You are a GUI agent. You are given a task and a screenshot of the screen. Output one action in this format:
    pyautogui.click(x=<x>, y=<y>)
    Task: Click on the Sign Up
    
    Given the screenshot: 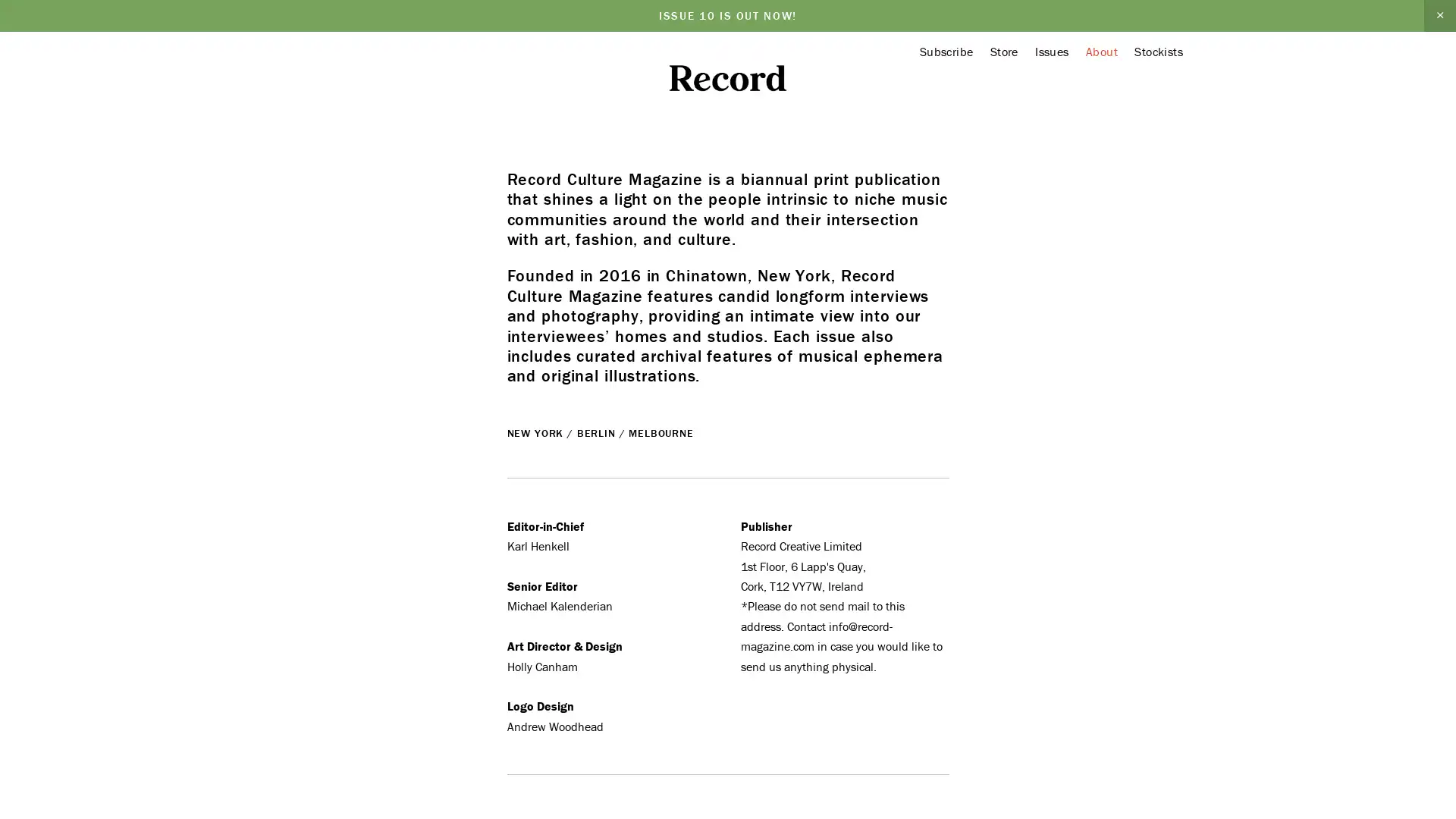 What is the action you would take?
    pyautogui.click(x=1370, y=730)
    